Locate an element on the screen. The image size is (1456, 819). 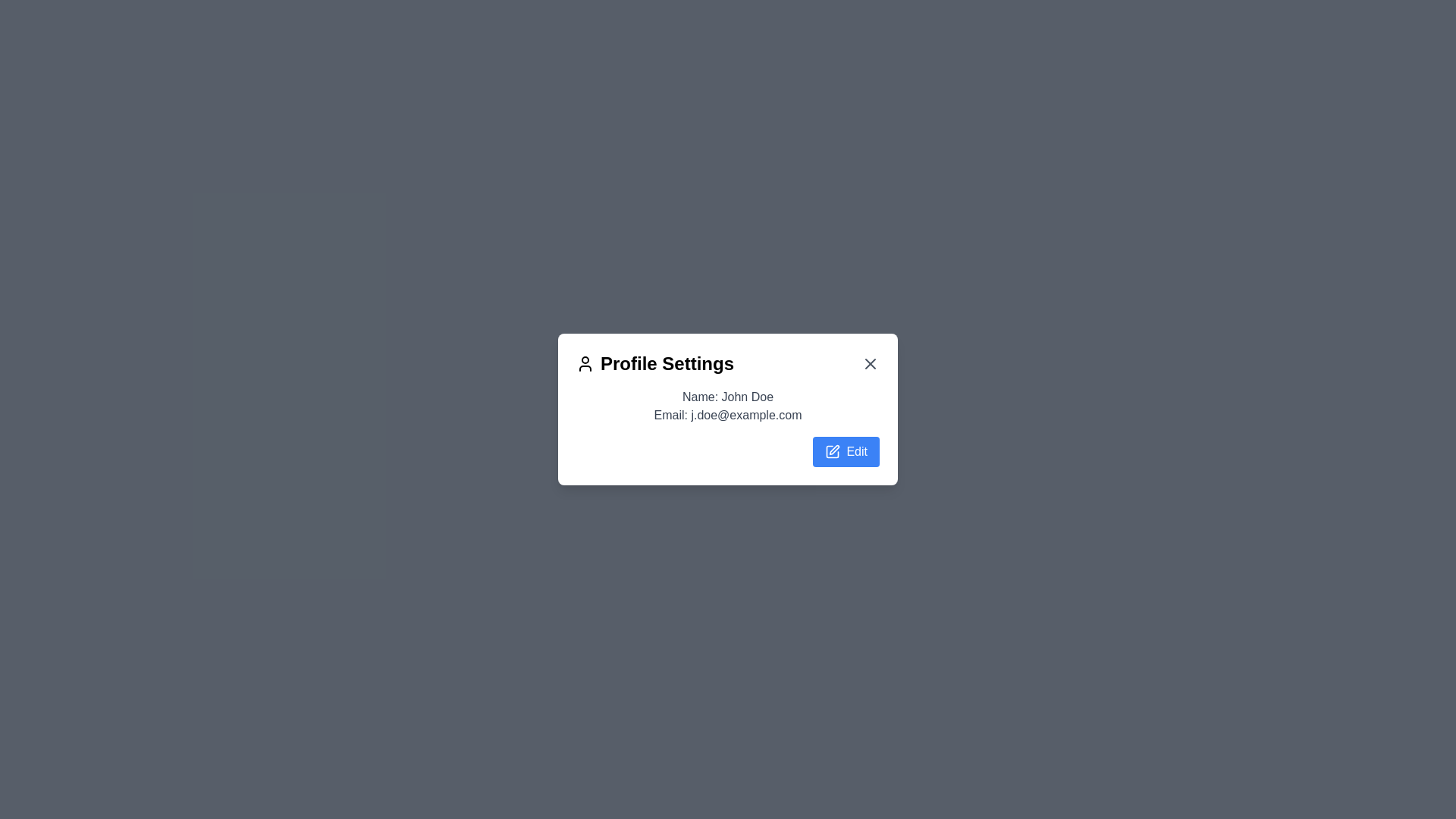
the static text display showing 'Name: John Doe' and 'Email: j.doe@example.com' in gray color, located centrally in the modal under the 'Profile Settings' header is located at coordinates (728, 406).